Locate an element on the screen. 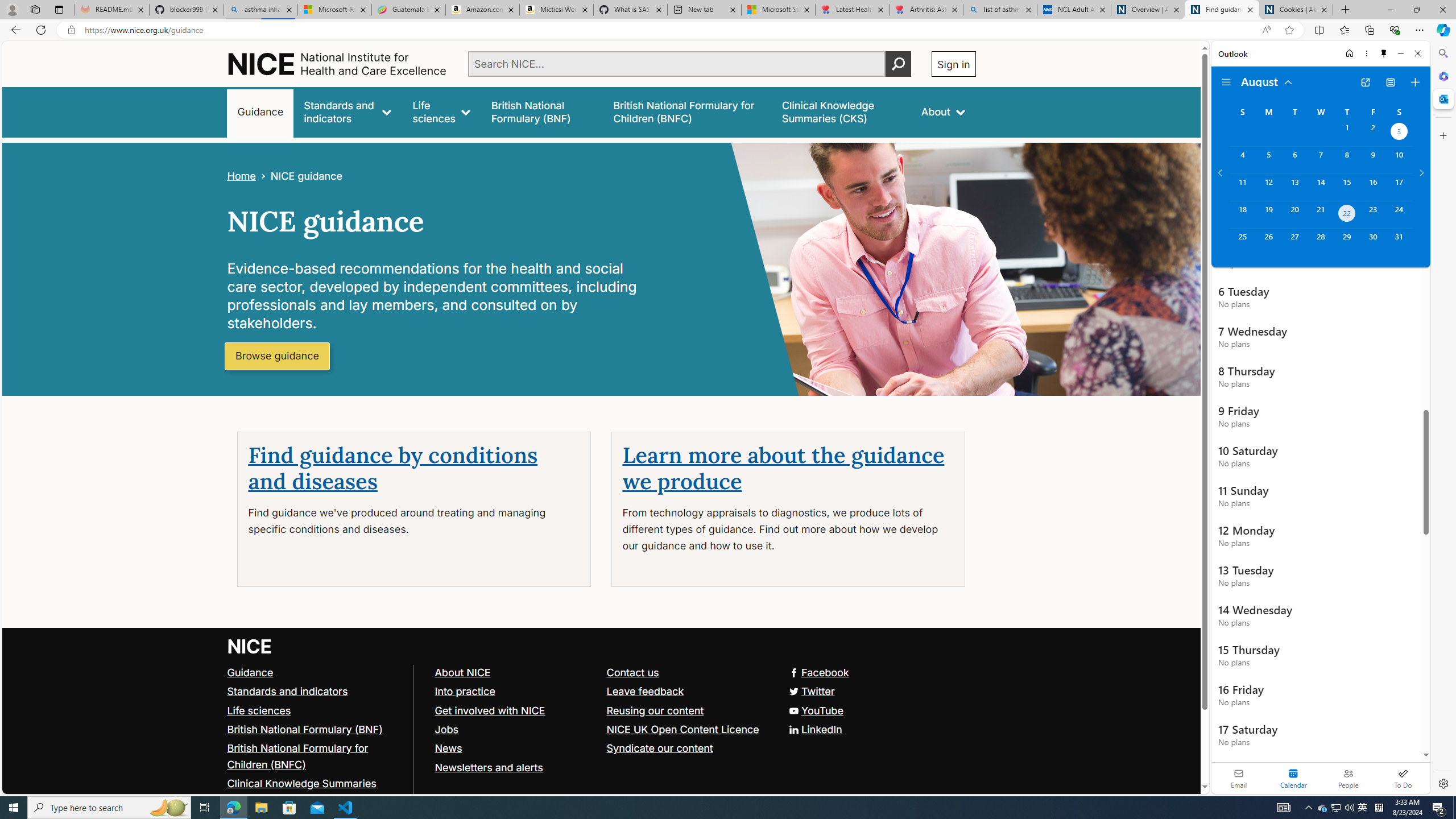 This screenshot has height=819, width=1456. 'Open in new tab' is located at coordinates (1366, 82).